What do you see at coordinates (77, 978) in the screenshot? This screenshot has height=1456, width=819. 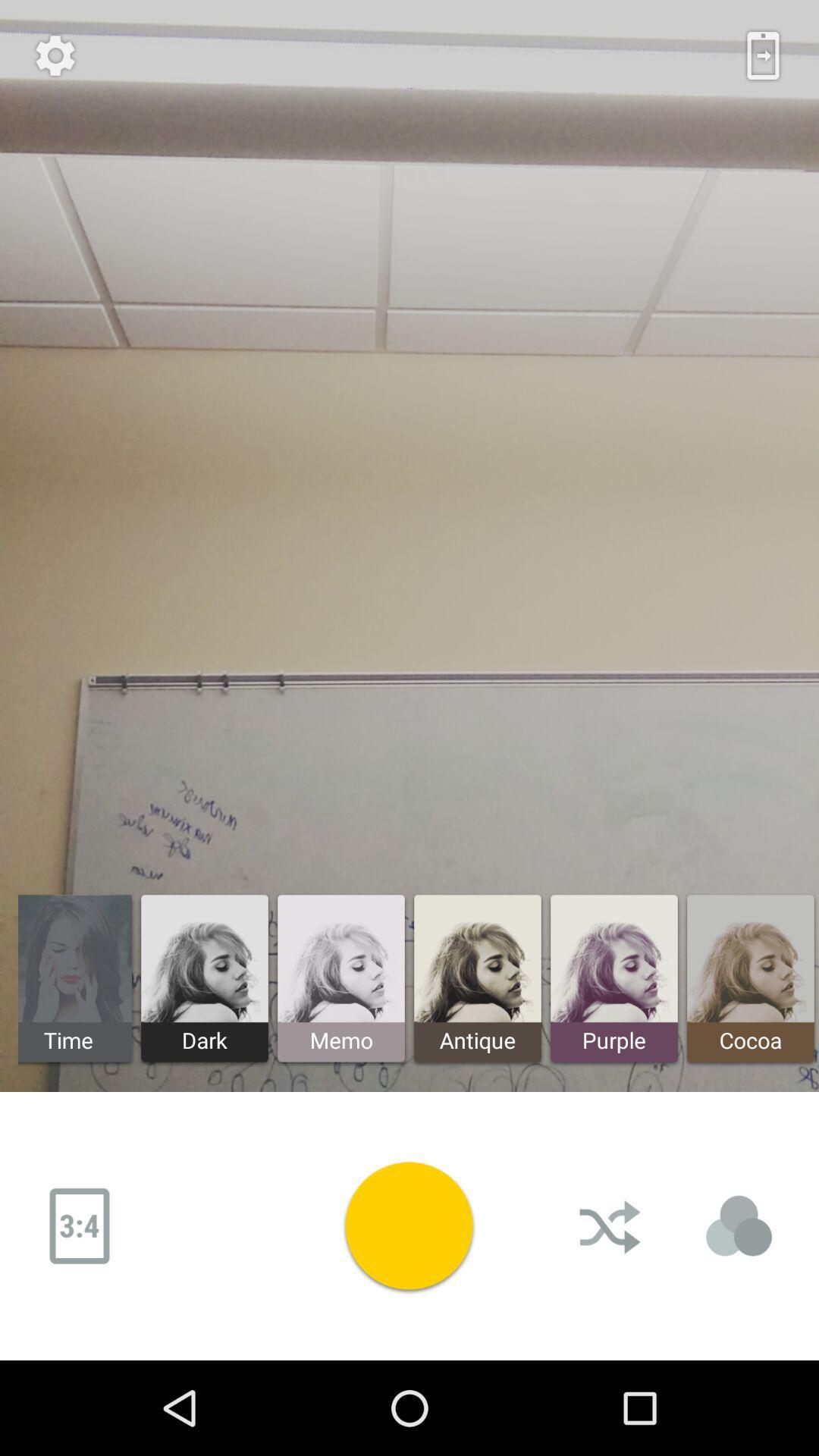 I see `the time filter` at bounding box center [77, 978].